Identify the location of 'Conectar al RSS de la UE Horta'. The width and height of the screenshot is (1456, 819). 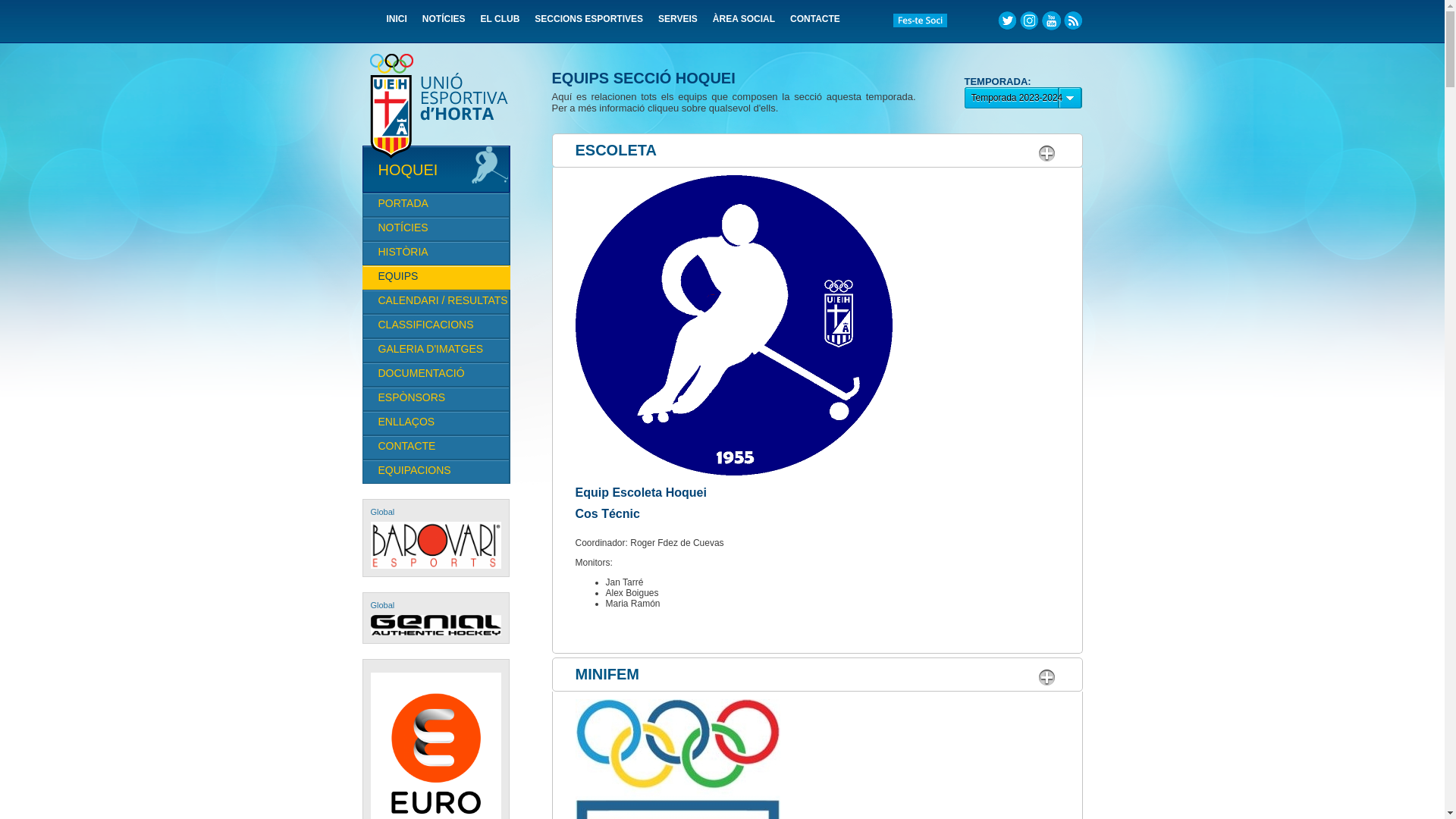
(1072, 20).